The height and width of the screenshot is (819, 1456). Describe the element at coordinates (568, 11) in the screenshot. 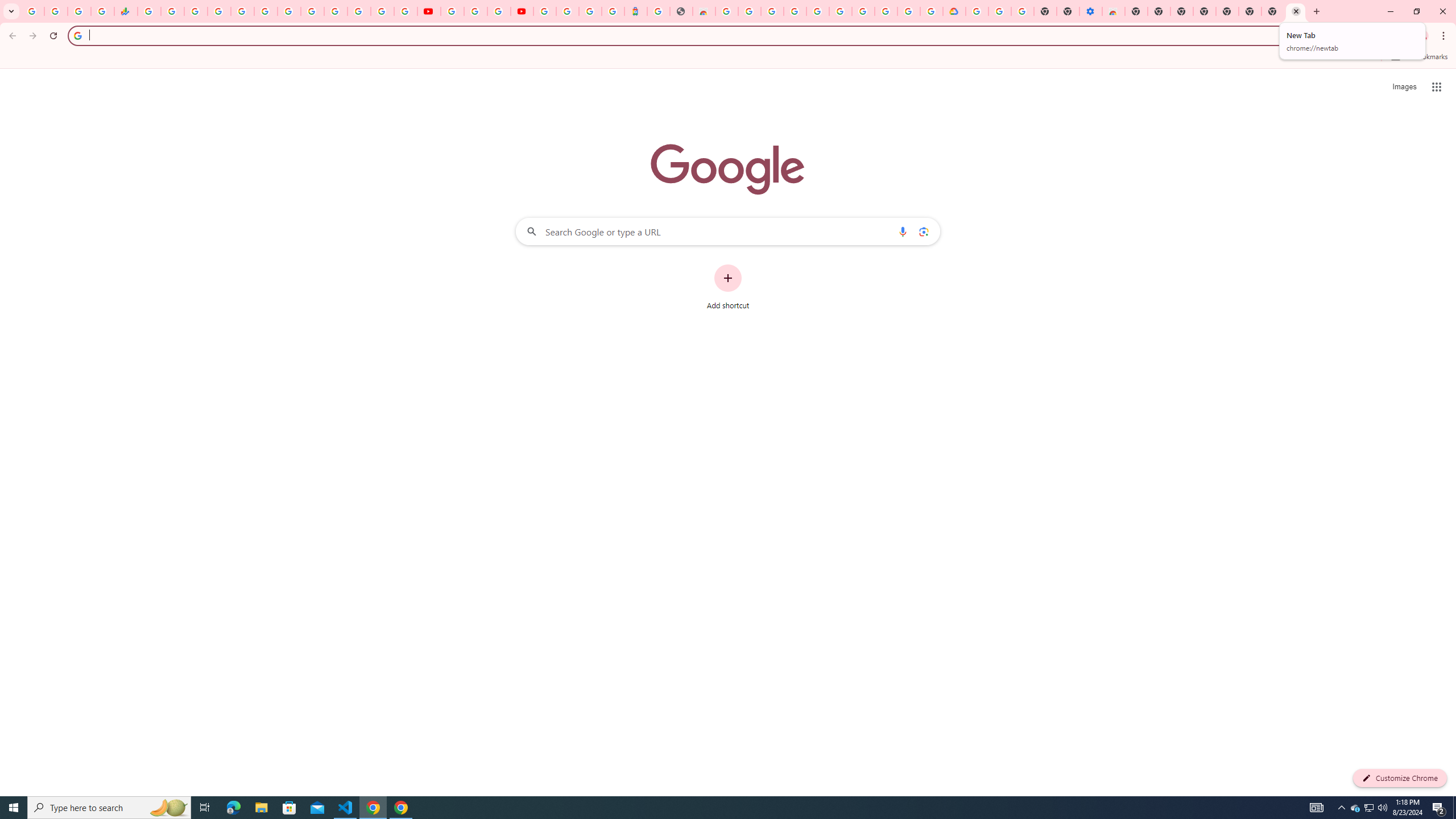

I see `'Sign in - Google Accounts'` at that location.